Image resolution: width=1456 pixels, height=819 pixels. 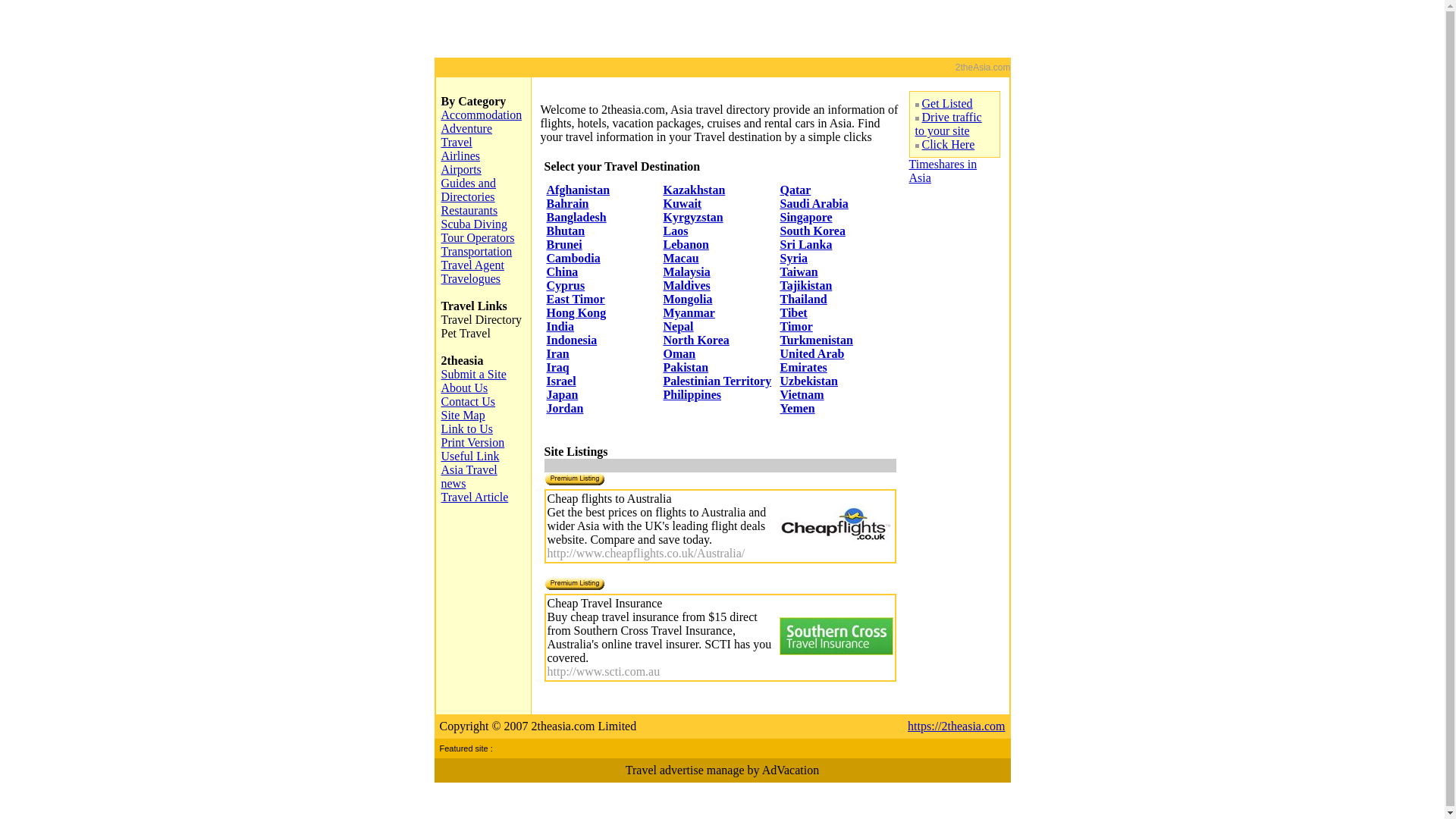 I want to click on 'Saudi Arabia', so click(x=813, y=202).